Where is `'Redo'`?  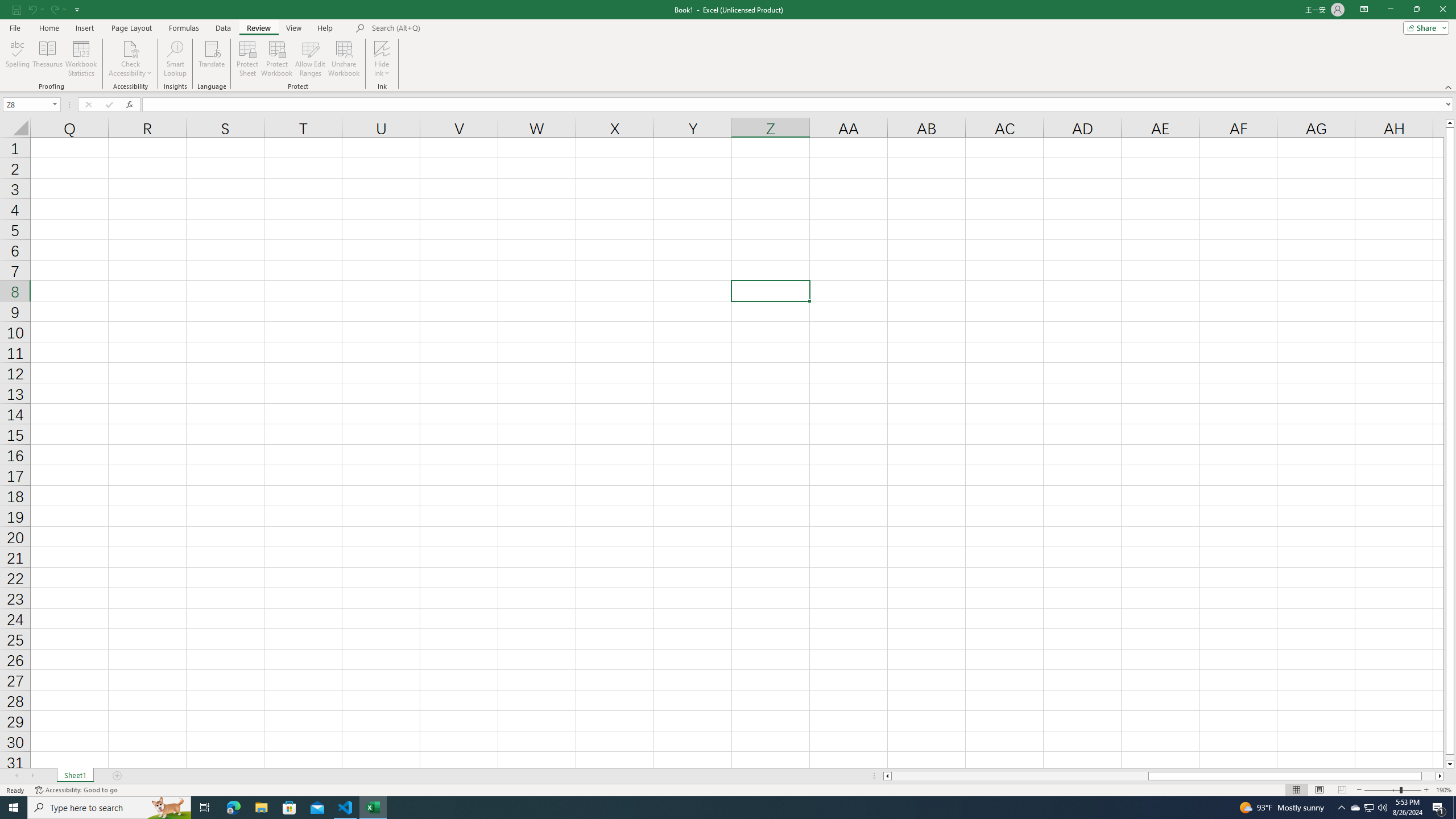
'Redo' is located at coordinates (53, 9).